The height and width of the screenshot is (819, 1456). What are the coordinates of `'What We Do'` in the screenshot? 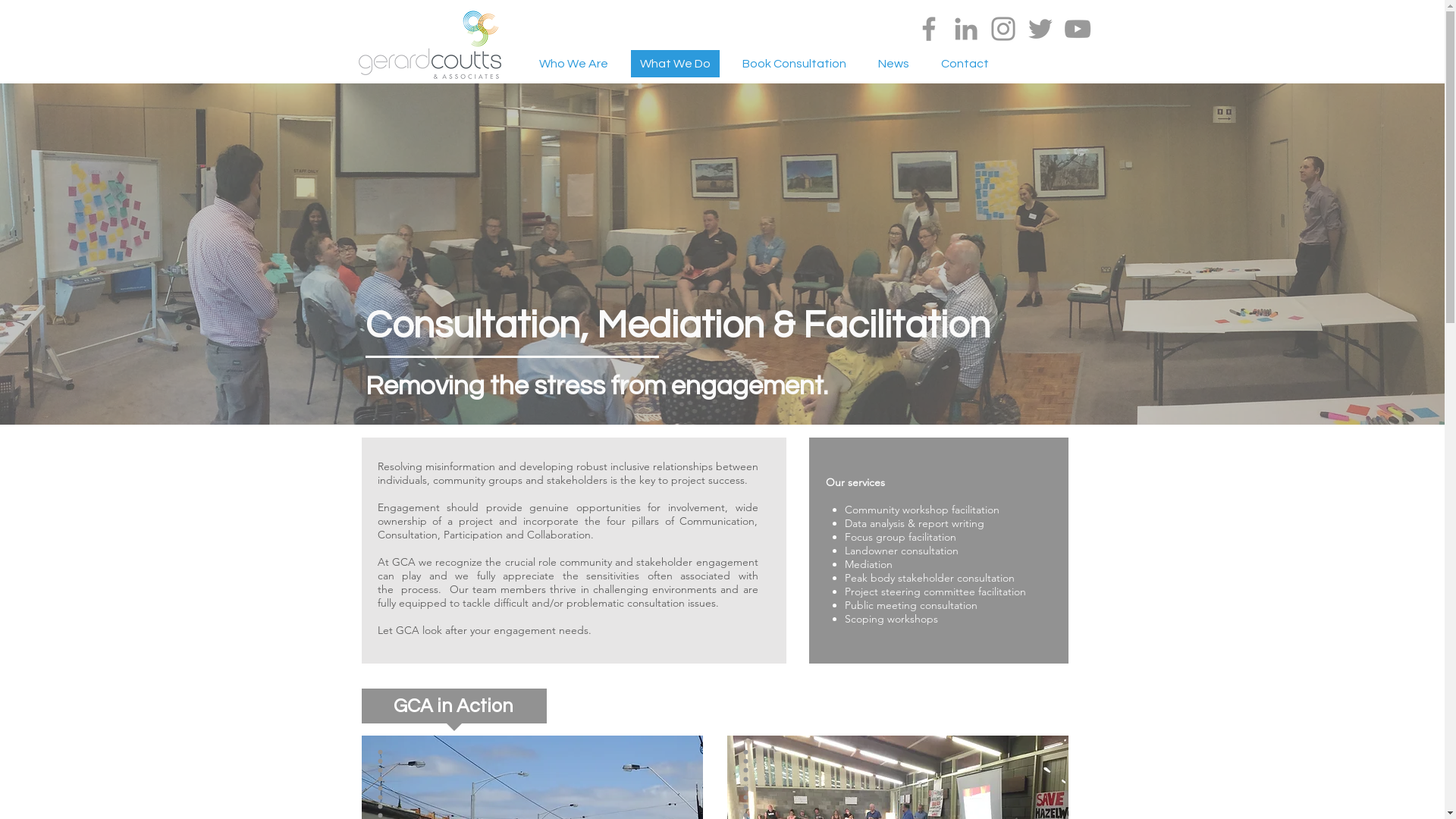 It's located at (630, 63).